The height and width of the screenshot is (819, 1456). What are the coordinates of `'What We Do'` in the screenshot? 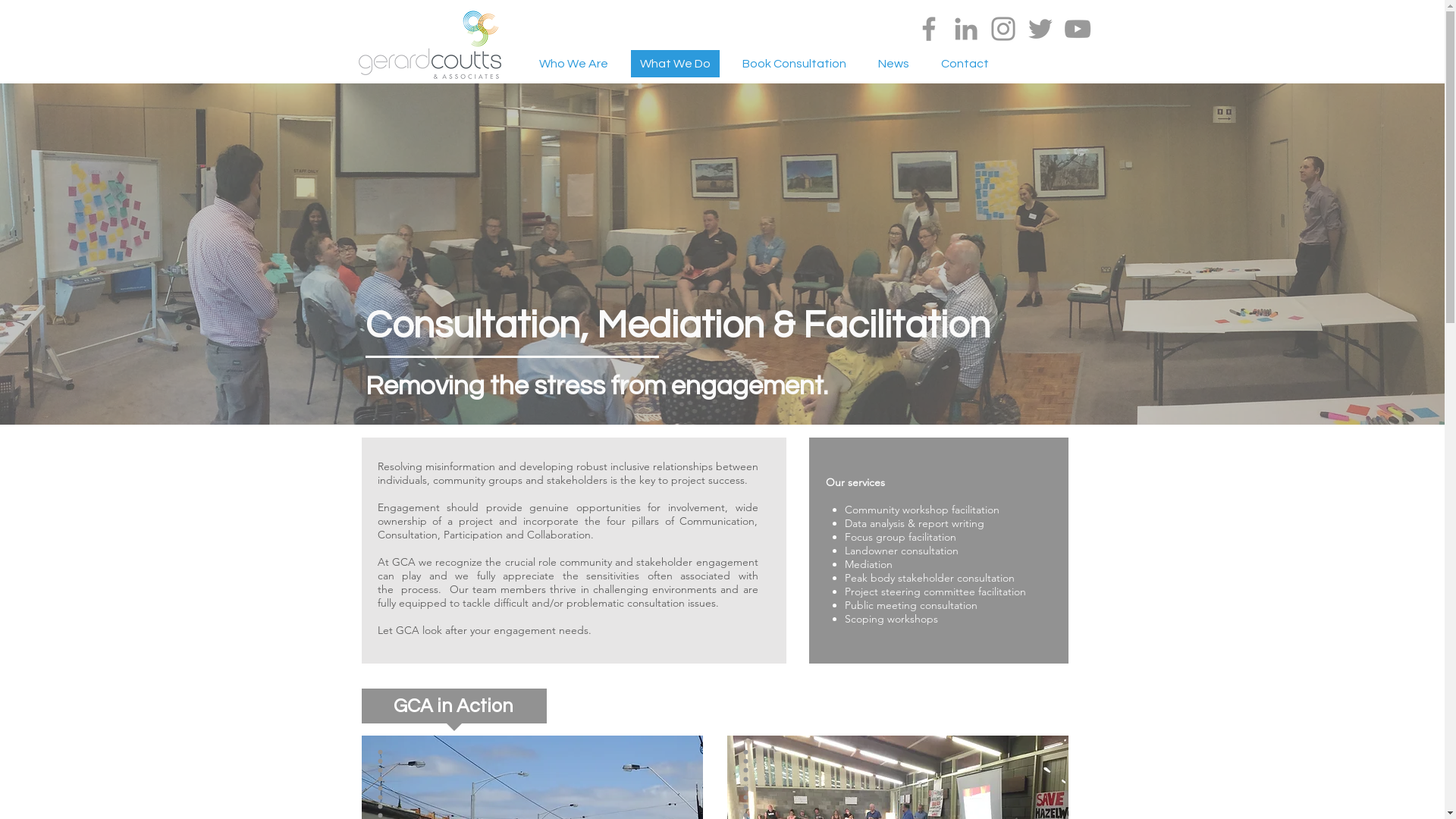 It's located at (630, 63).